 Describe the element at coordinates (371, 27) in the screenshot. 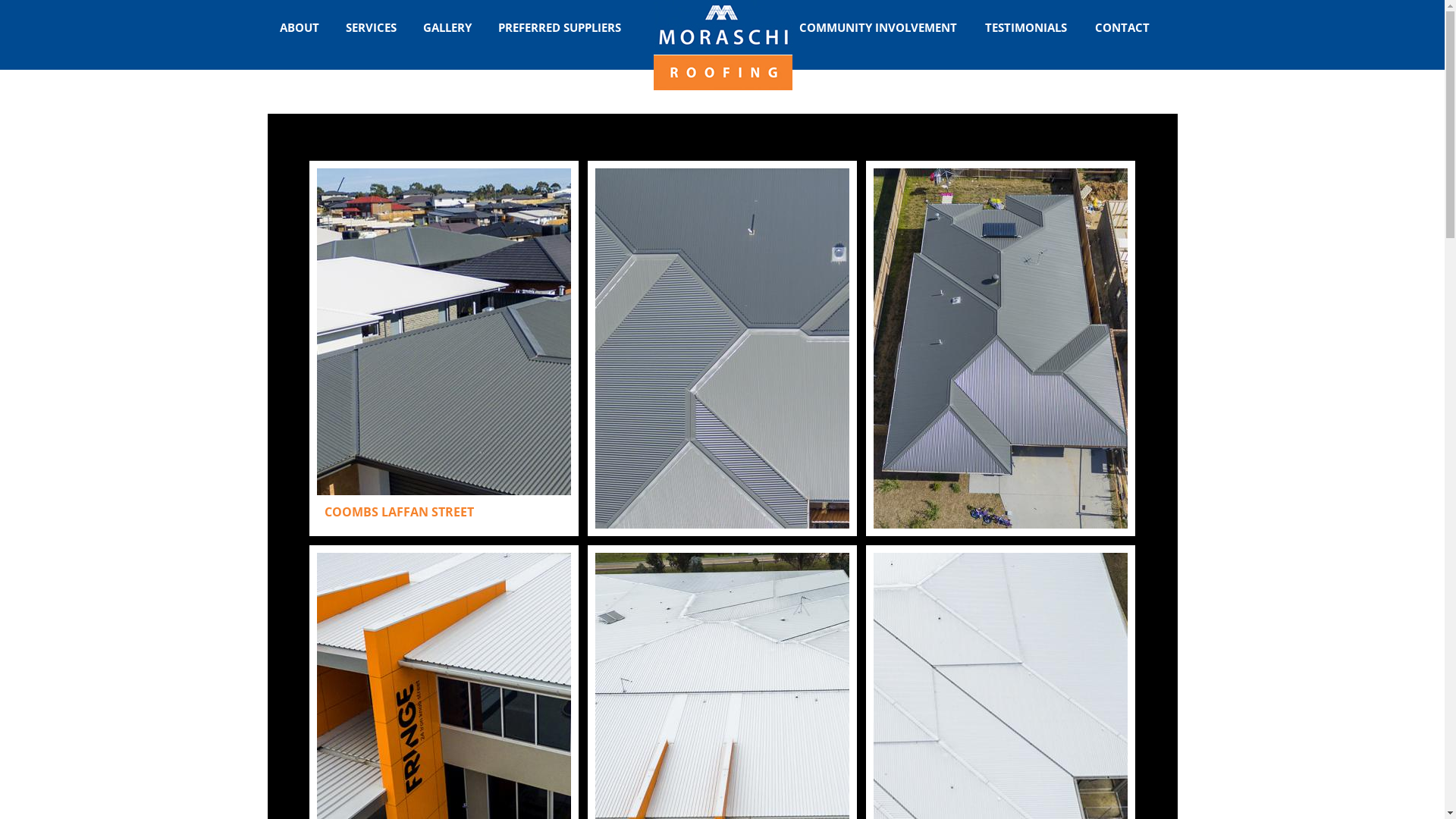

I see `'SERVICES'` at that location.